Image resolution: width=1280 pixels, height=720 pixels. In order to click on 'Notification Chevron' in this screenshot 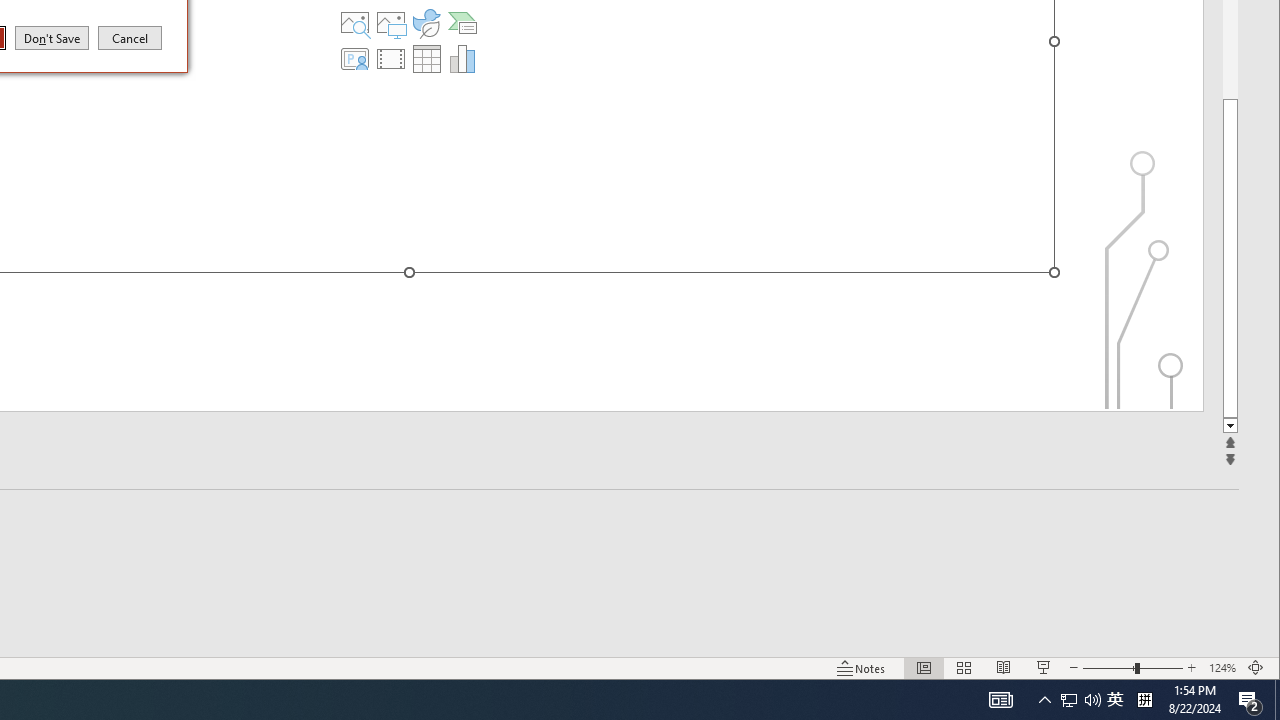, I will do `click(1044, 698)`.